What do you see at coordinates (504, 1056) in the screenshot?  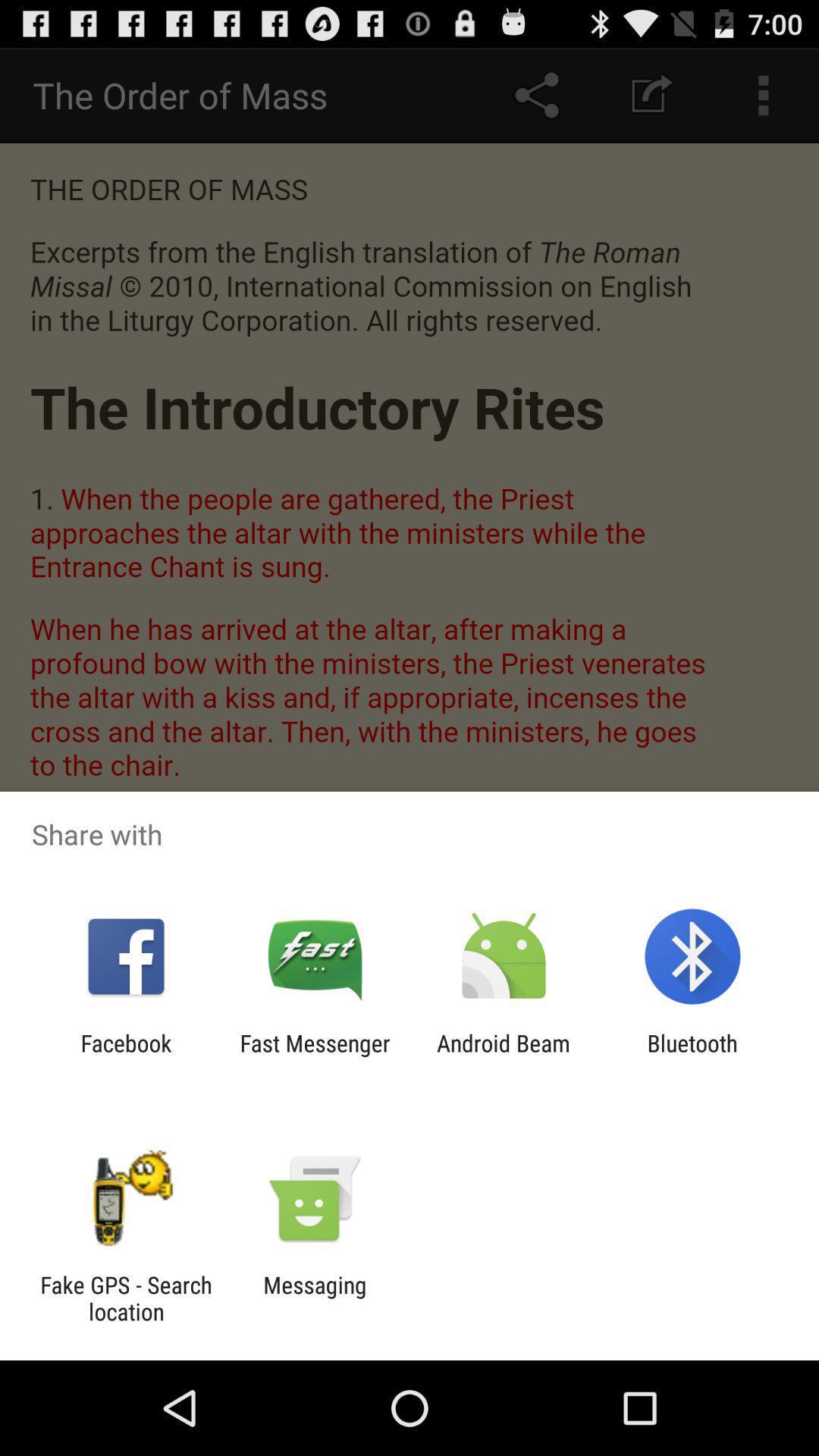 I see `the android beam icon` at bounding box center [504, 1056].